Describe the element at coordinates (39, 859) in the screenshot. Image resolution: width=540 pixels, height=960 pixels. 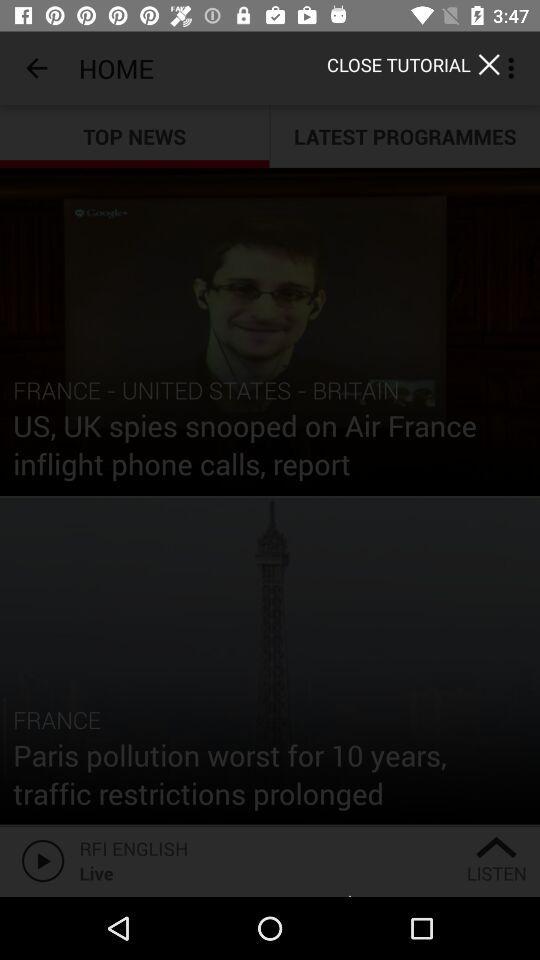
I see `the play icon` at that location.